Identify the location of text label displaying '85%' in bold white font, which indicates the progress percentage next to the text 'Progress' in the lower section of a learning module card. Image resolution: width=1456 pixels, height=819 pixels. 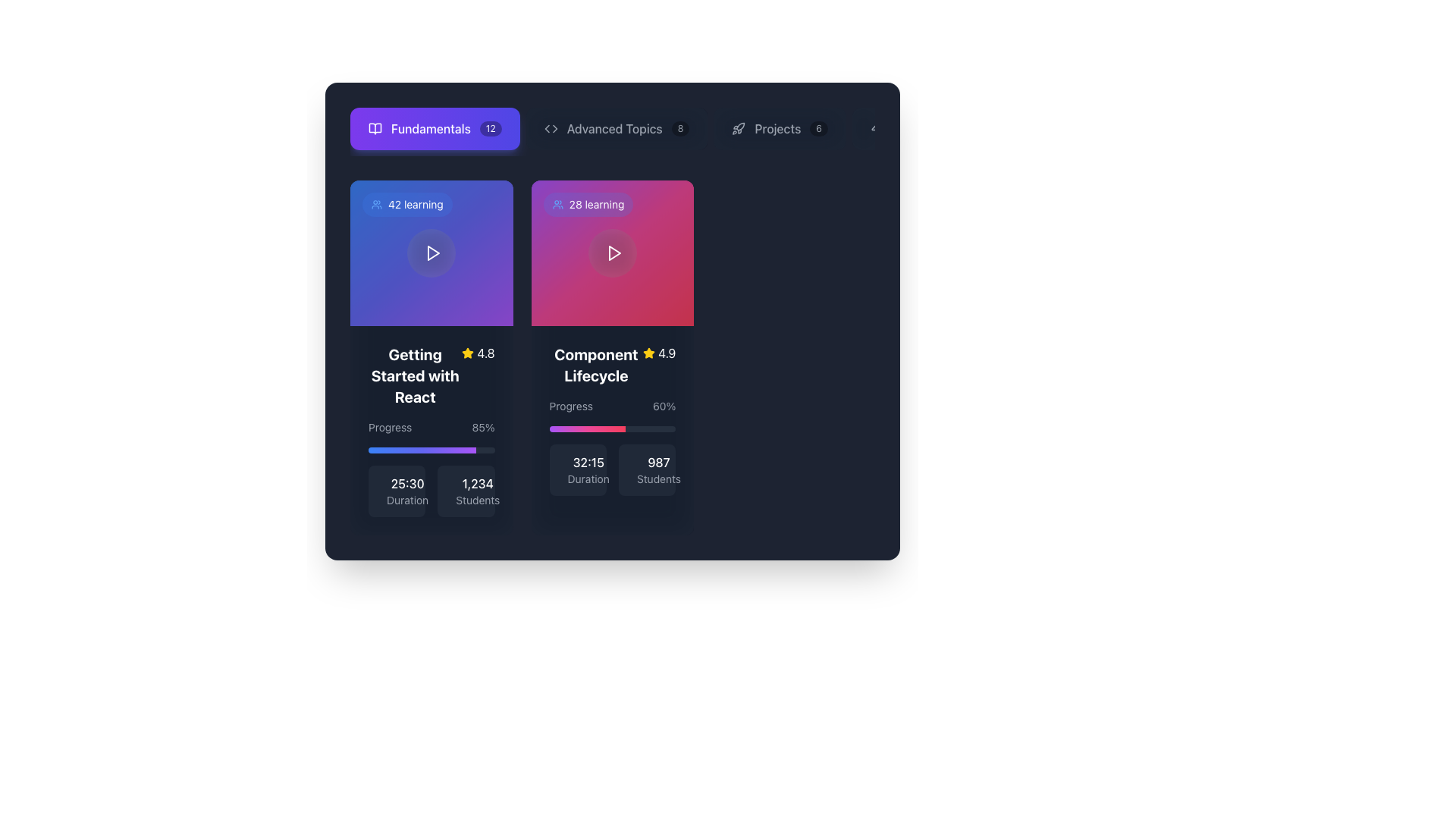
(482, 427).